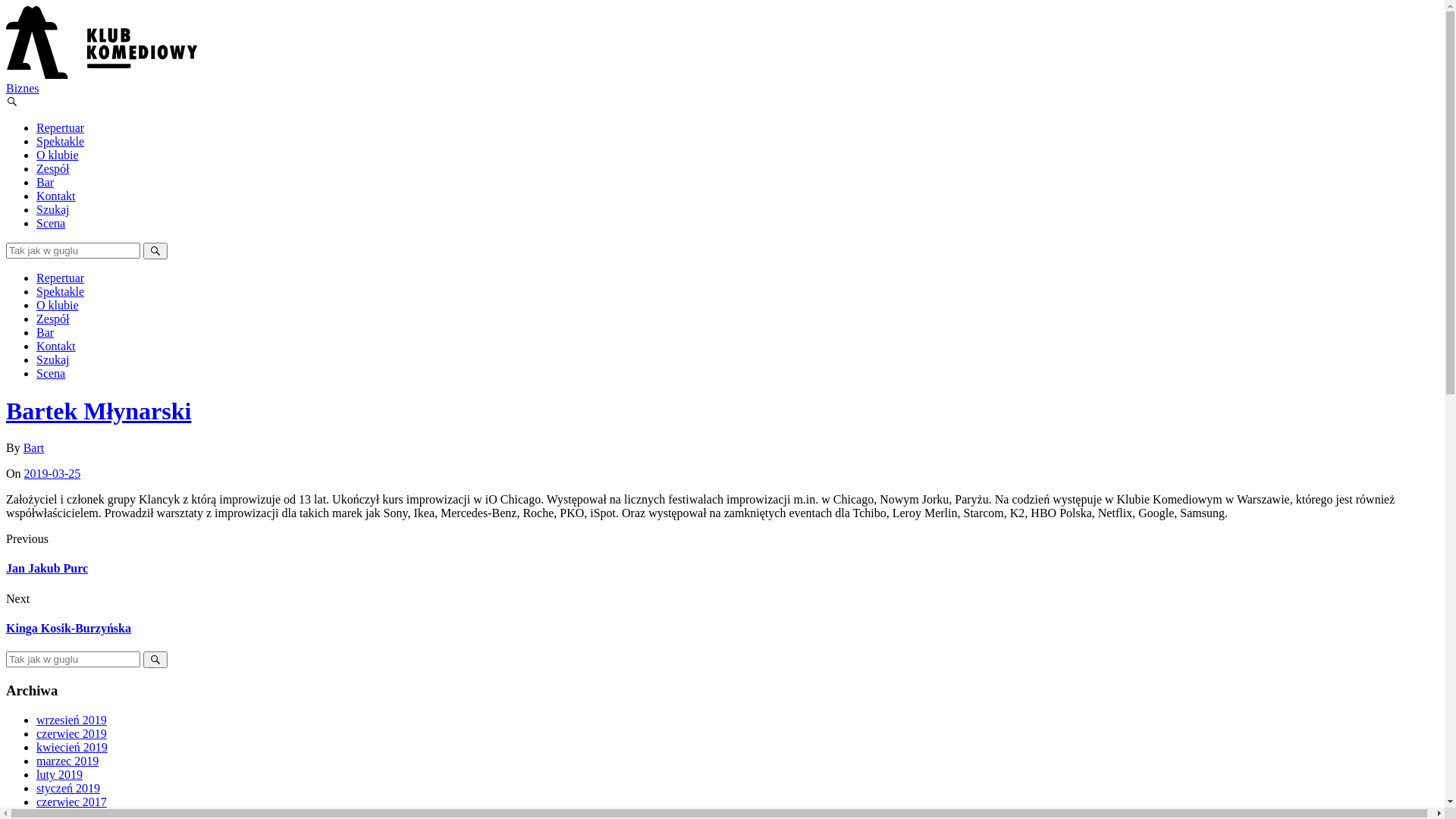 The width and height of the screenshot is (1456, 819). Describe the element at coordinates (51, 223) in the screenshot. I see `'Scena'` at that location.